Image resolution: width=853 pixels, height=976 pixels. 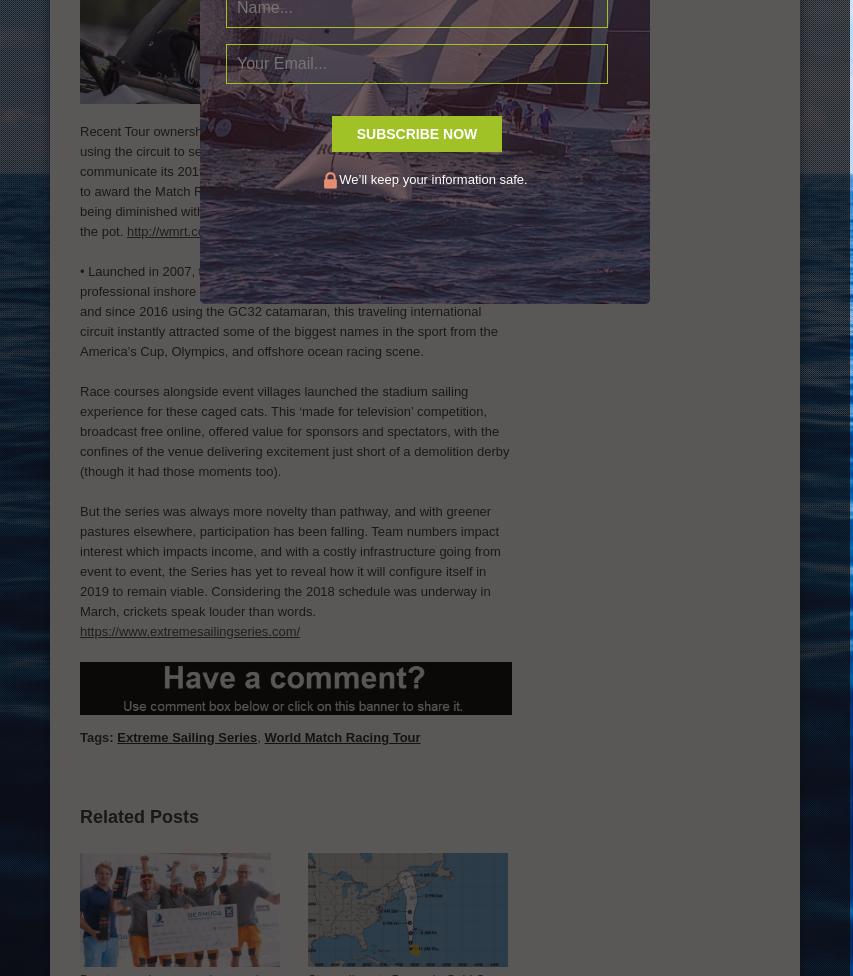 What do you see at coordinates (260, 736) in the screenshot?
I see `','` at bounding box center [260, 736].